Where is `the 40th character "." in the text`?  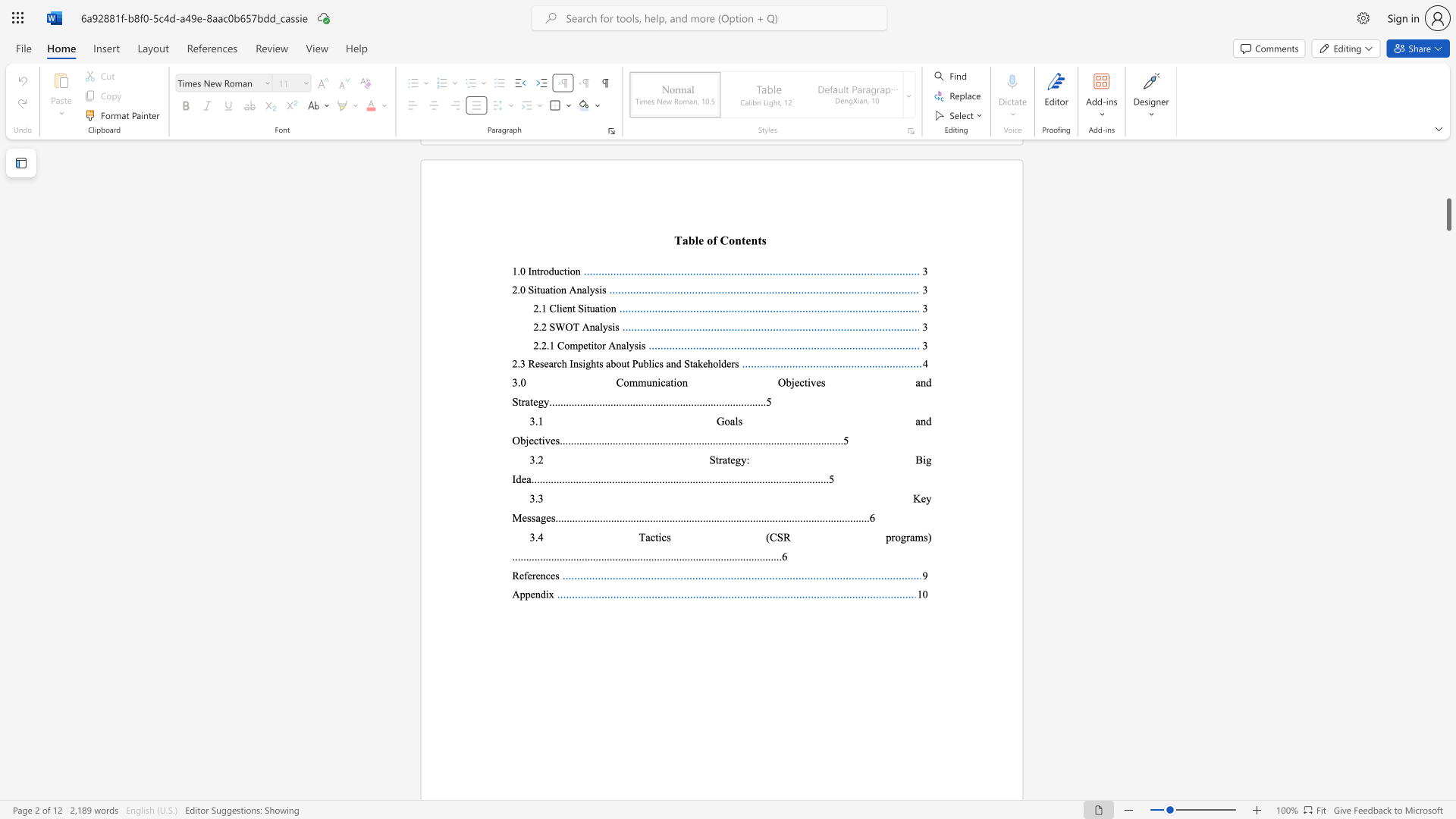 the 40th character "." in the text is located at coordinates (665, 516).